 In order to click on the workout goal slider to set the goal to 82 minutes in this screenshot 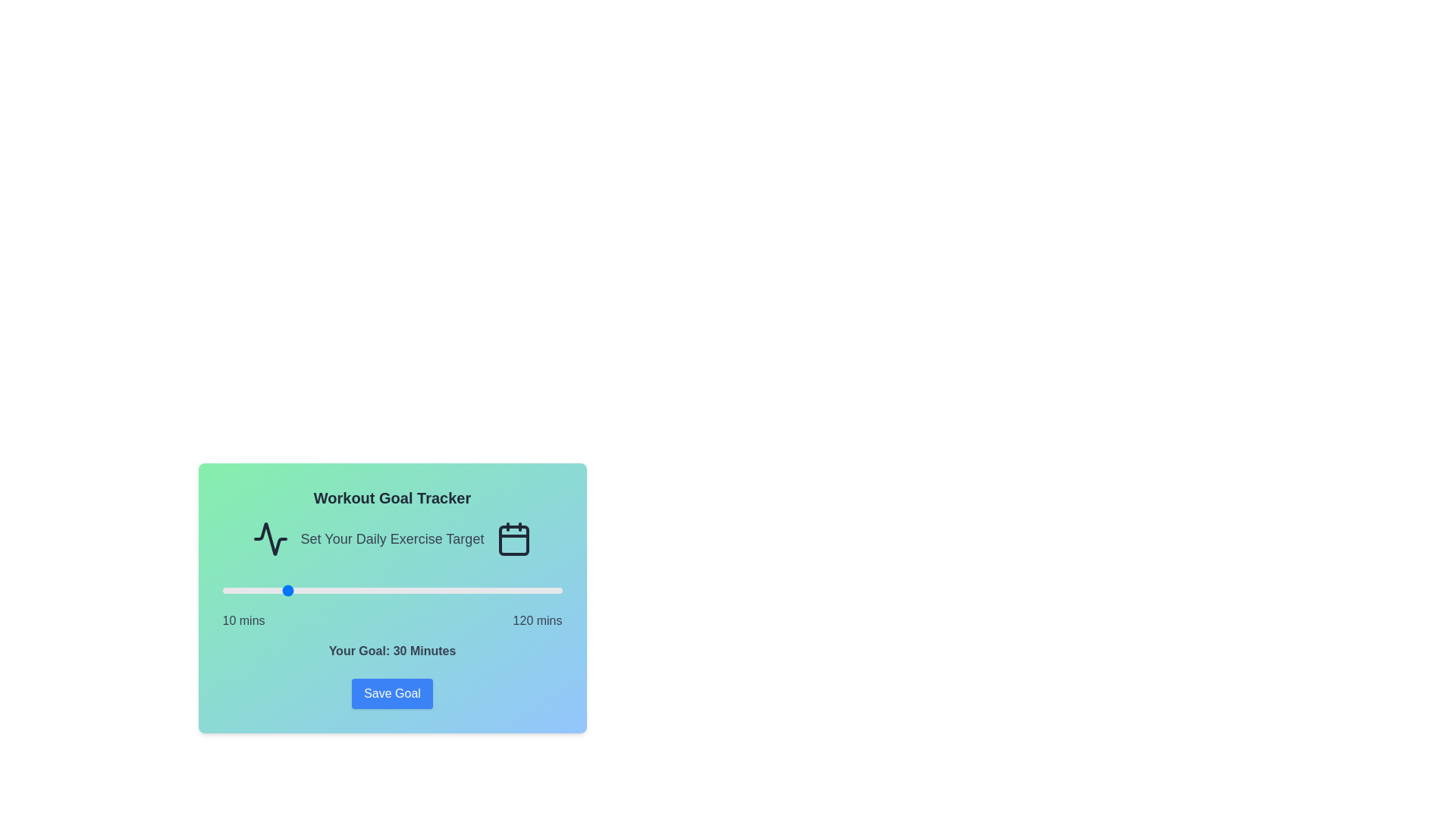, I will do `click(444, 590)`.